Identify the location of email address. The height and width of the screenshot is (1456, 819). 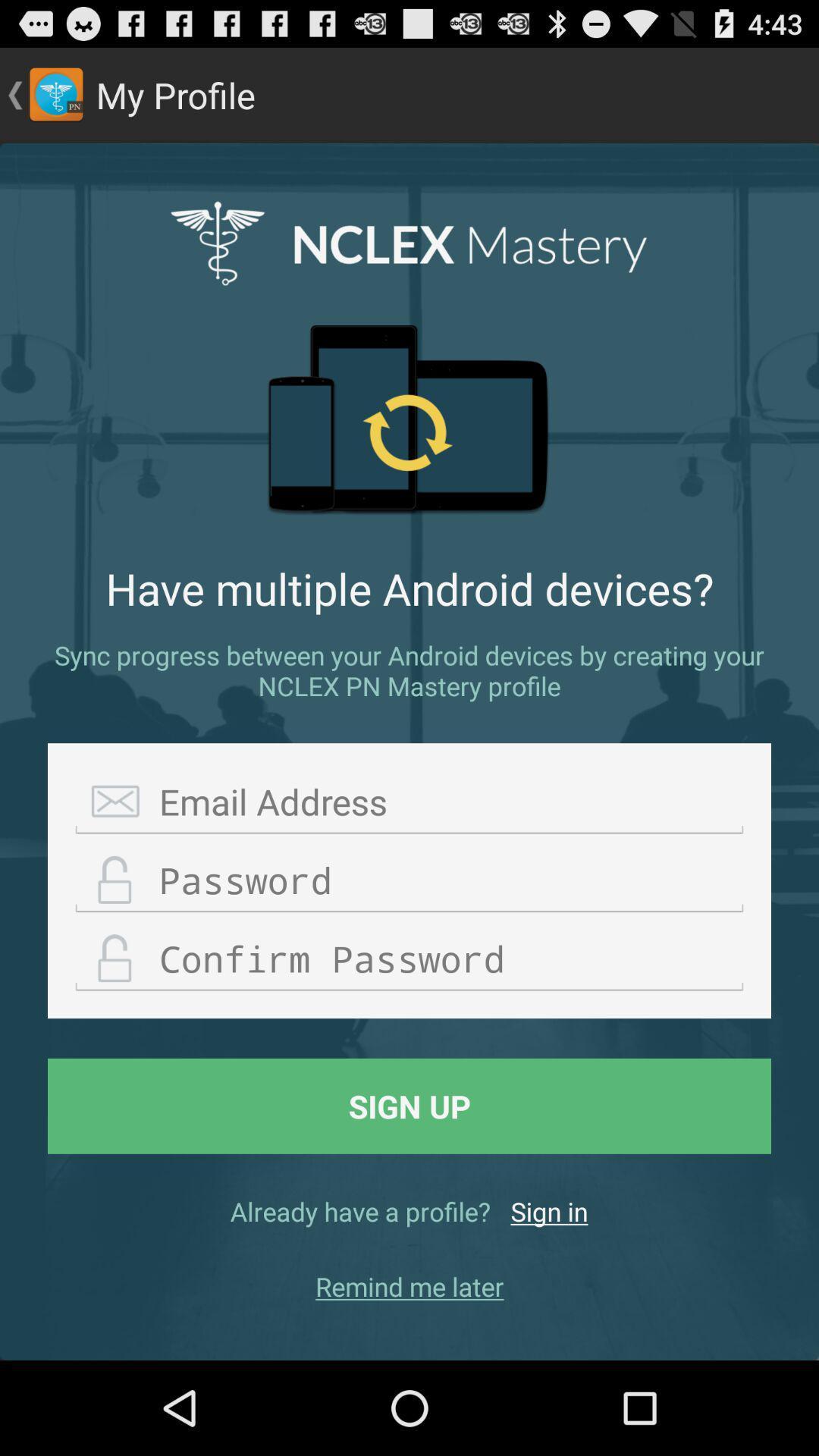
(409, 802).